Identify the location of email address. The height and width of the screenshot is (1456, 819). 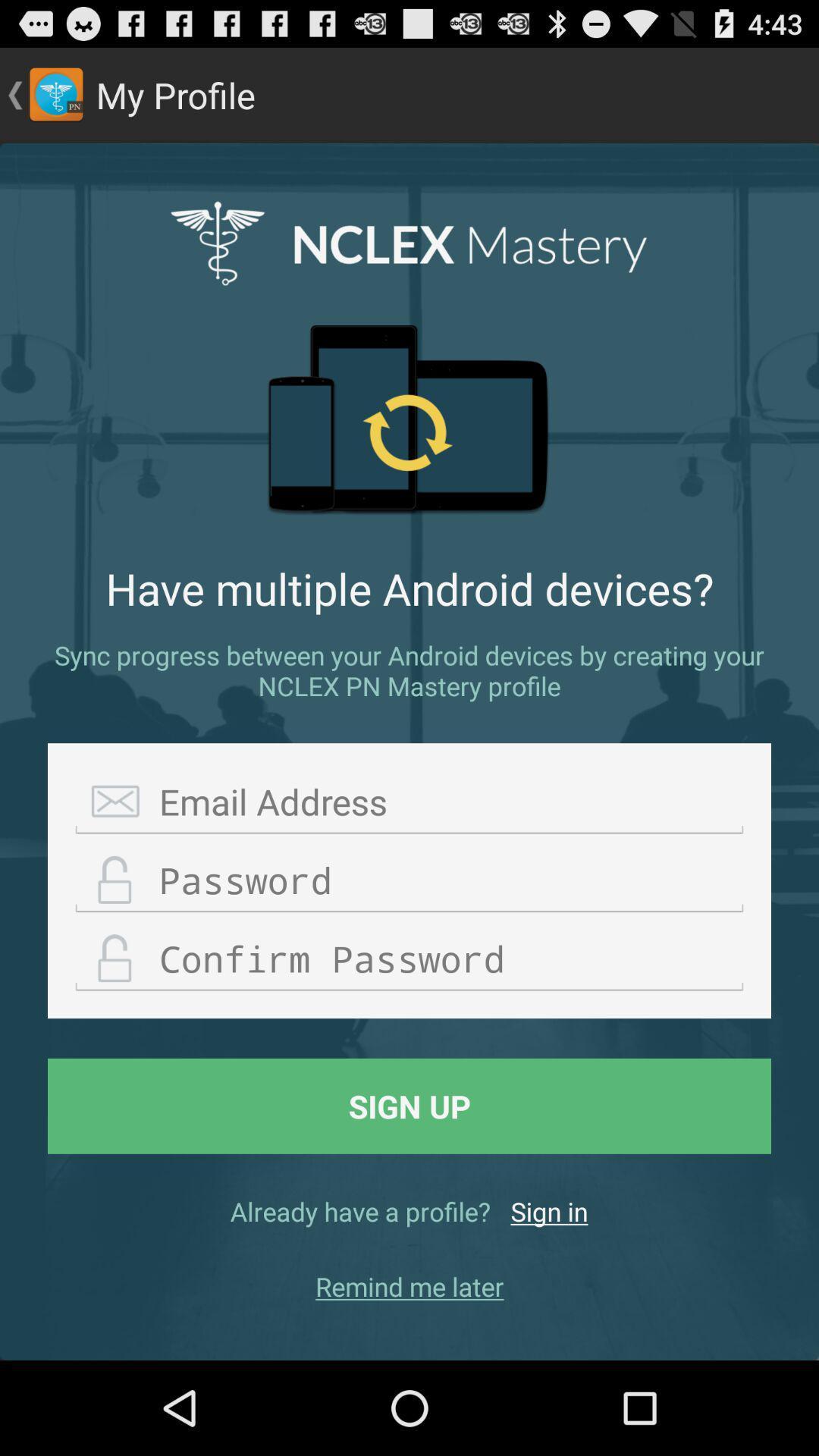
(409, 802).